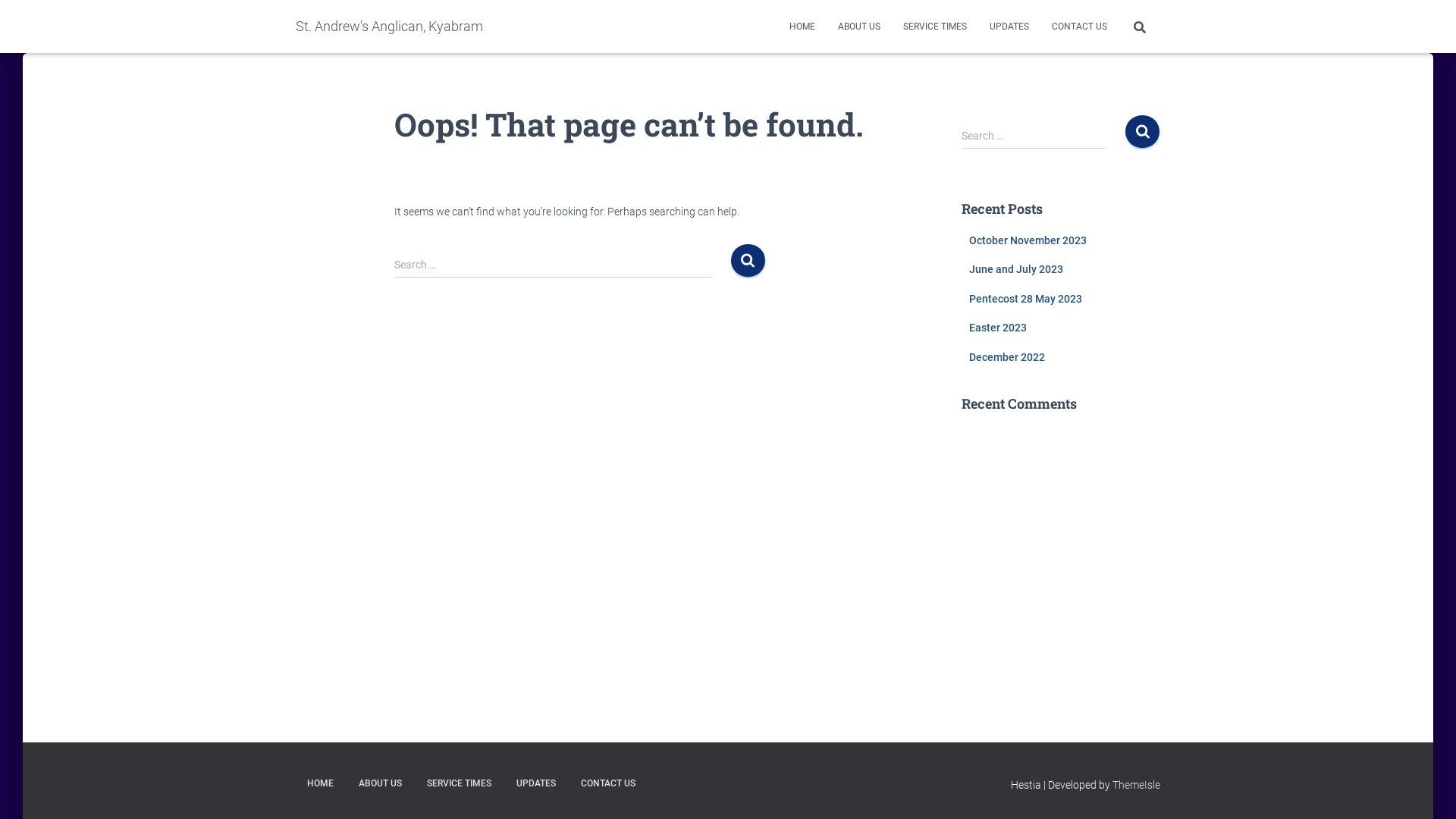 Image resolution: width=1456 pixels, height=819 pixels. I want to click on 'October November 2023', so click(1028, 239).